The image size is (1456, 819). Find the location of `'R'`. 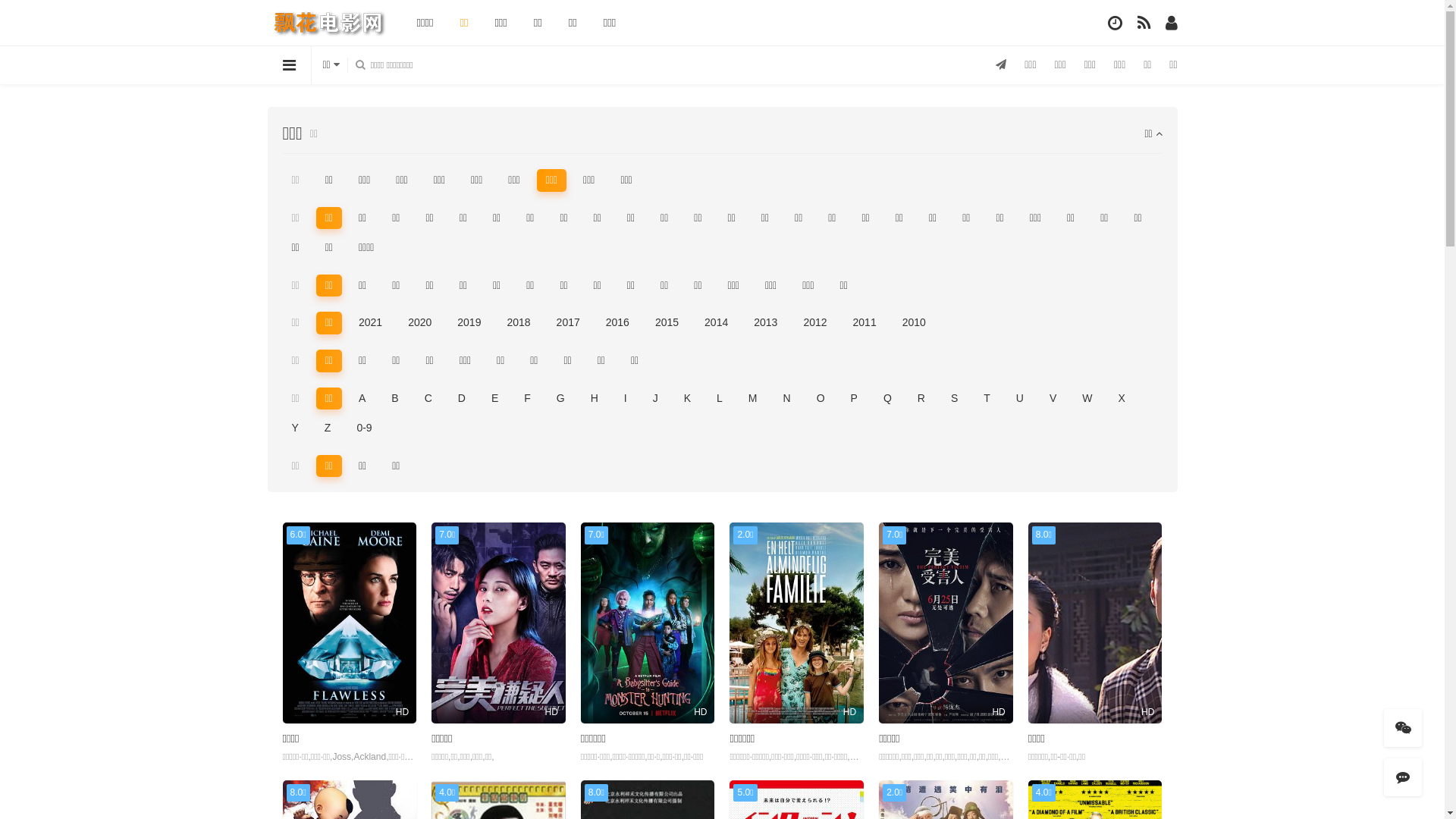

'R' is located at coordinates (920, 397).